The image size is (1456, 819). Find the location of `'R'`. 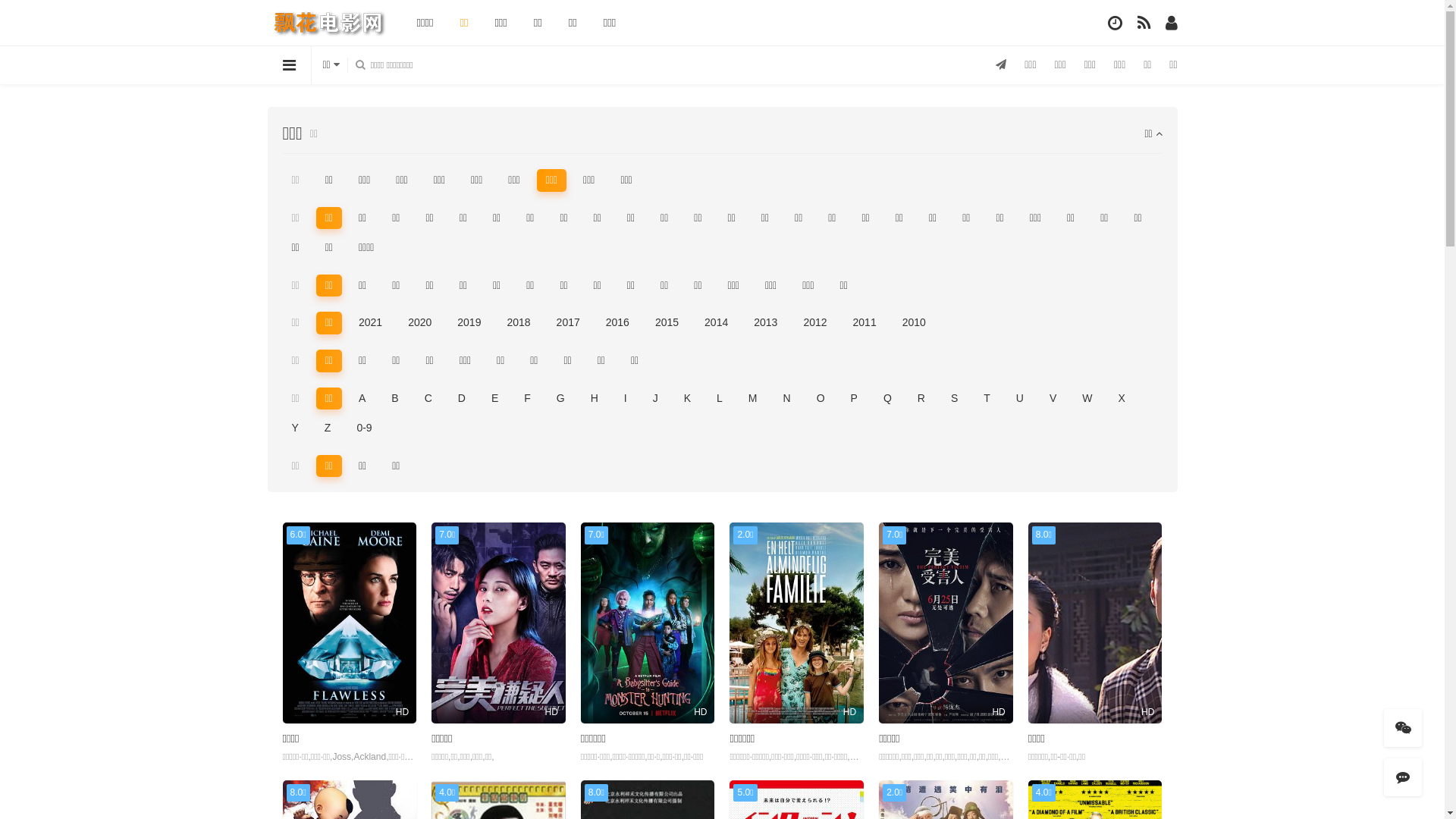

'R' is located at coordinates (920, 397).